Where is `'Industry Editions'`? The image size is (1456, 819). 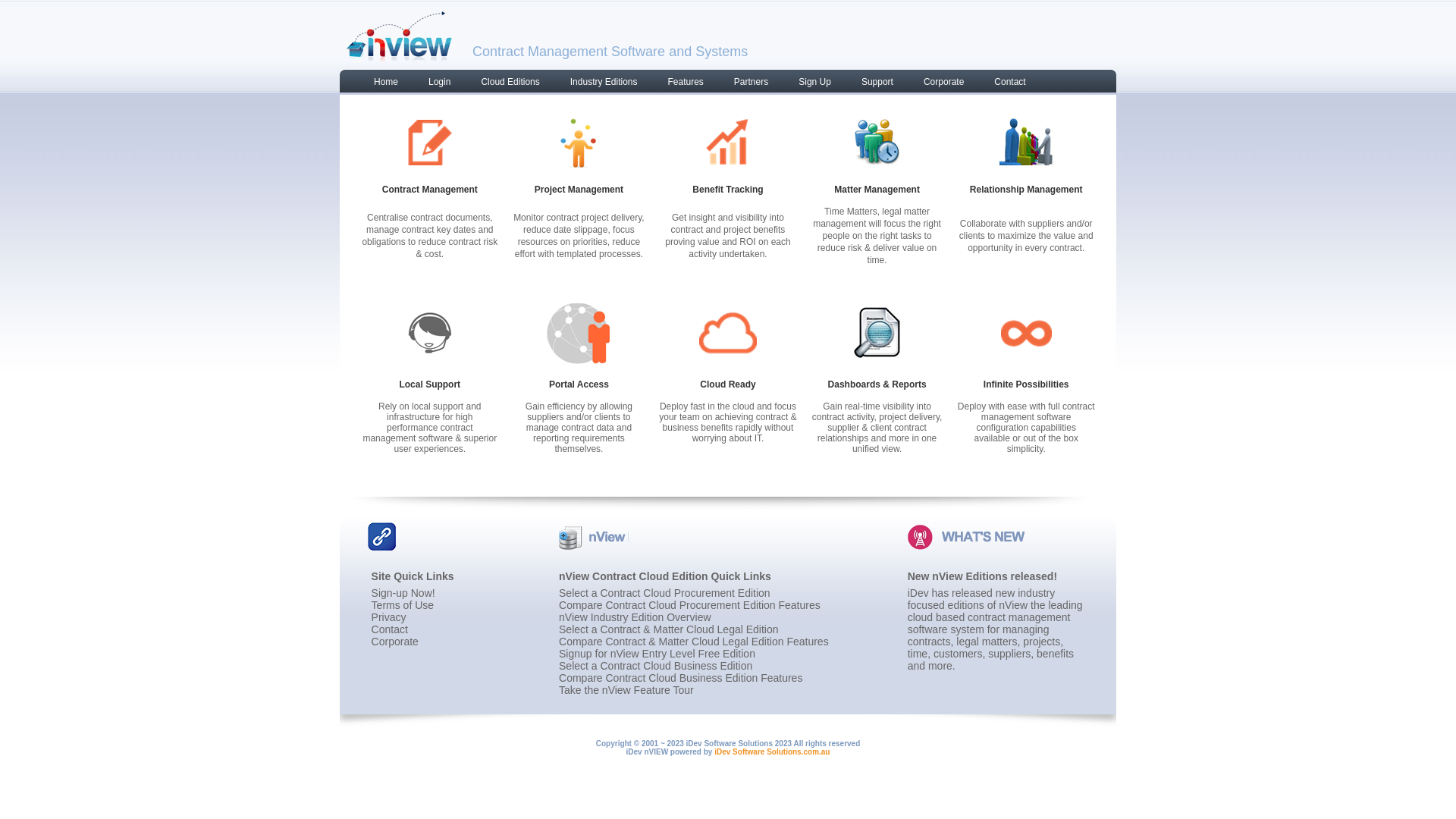 'Industry Editions' is located at coordinates (595, 84).